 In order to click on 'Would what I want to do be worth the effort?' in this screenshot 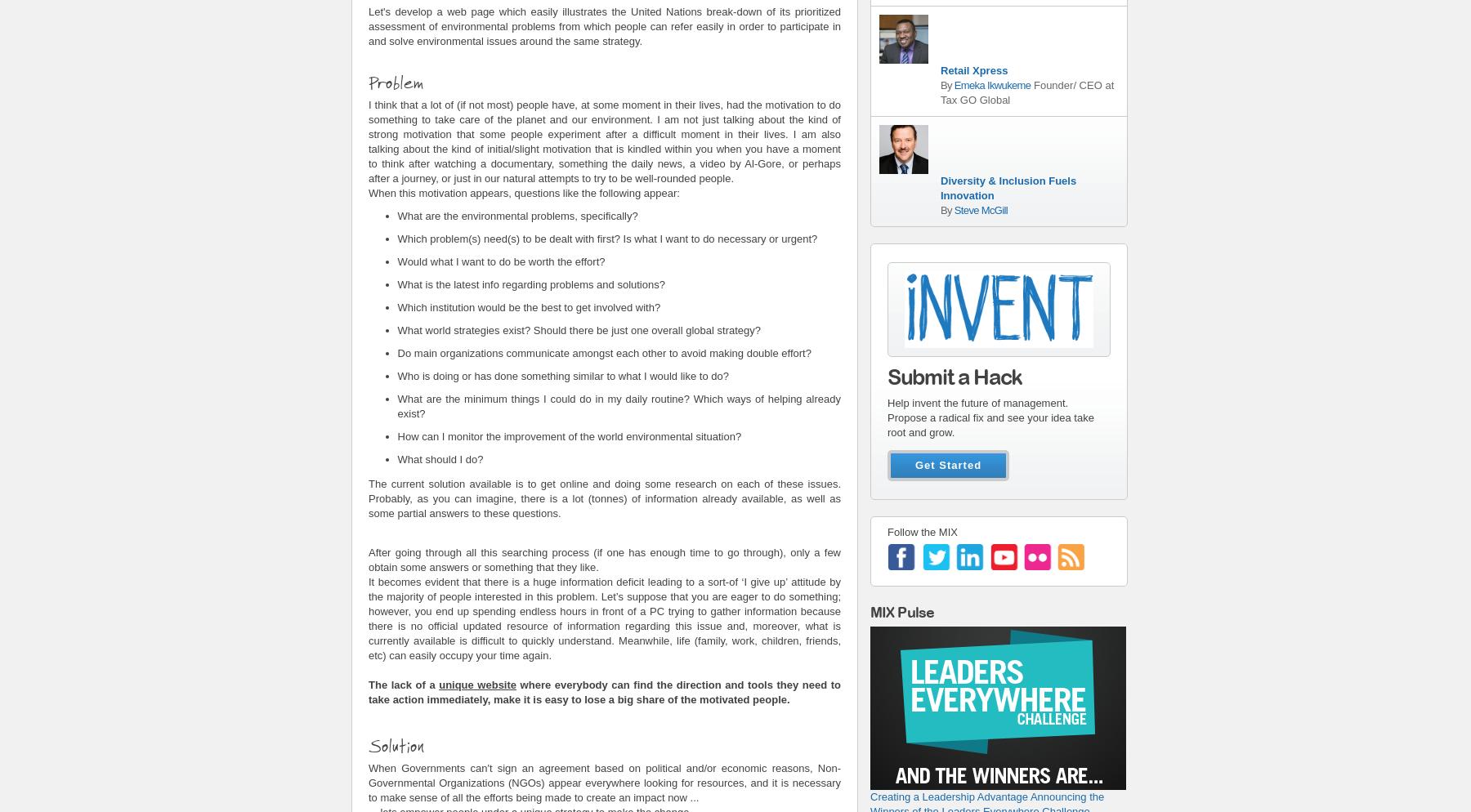, I will do `click(503, 261)`.